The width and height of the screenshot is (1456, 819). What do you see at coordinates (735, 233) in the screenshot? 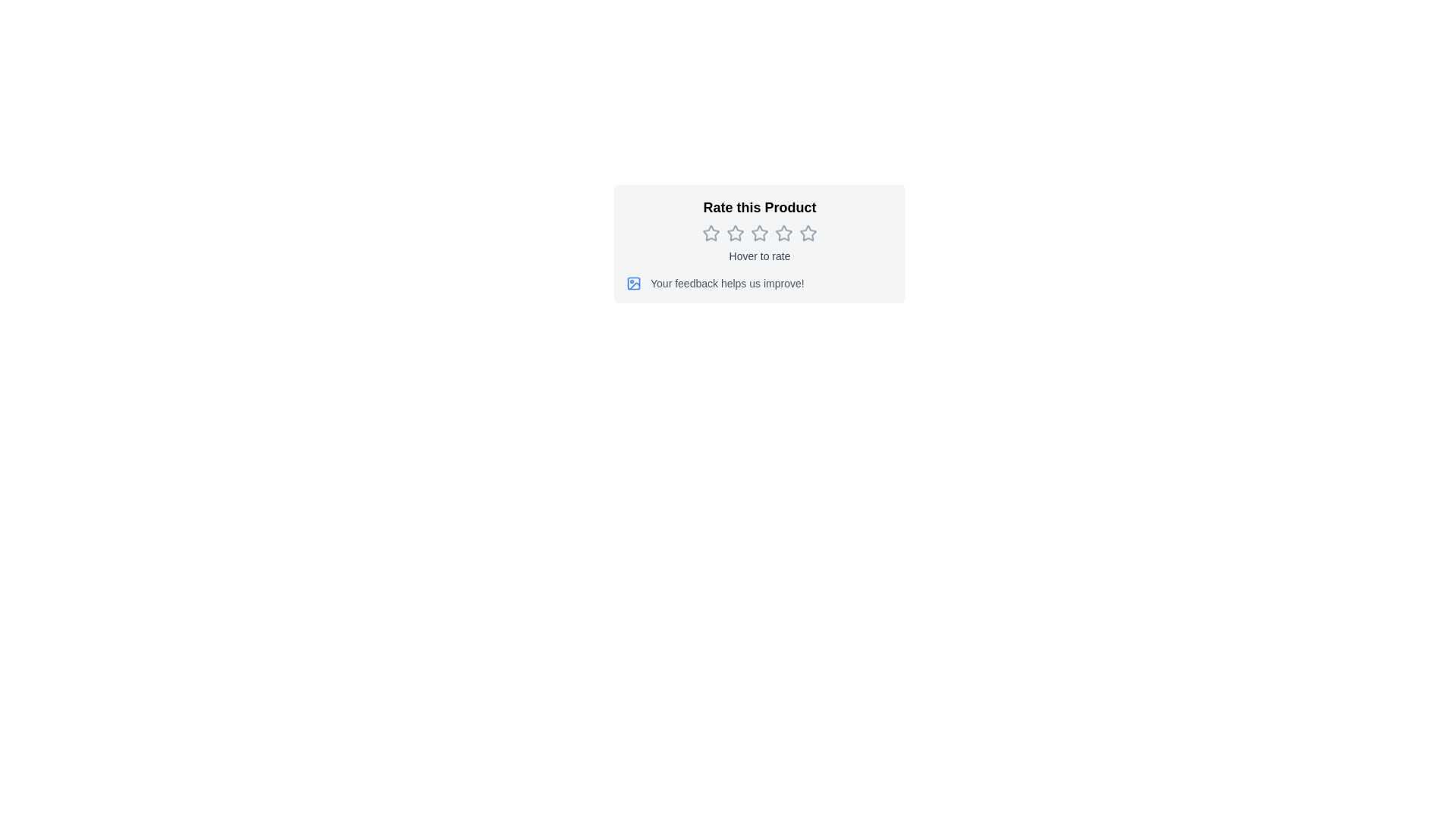
I see `the second gray star in the horizontal rating system` at bounding box center [735, 233].